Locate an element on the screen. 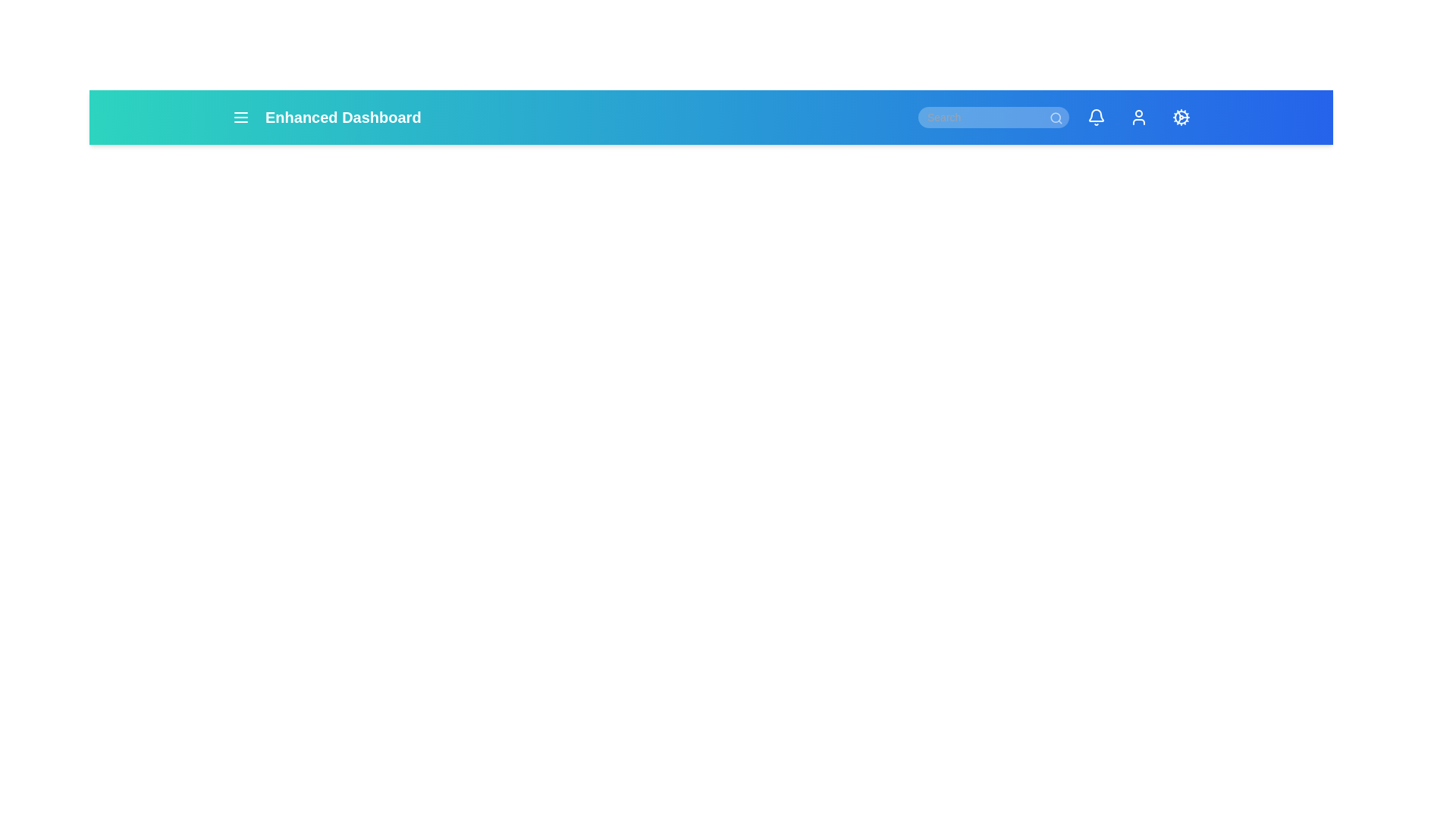 Image resolution: width=1456 pixels, height=819 pixels. the icon with label Settings to observe the tooltip or effect is located at coordinates (1181, 116).